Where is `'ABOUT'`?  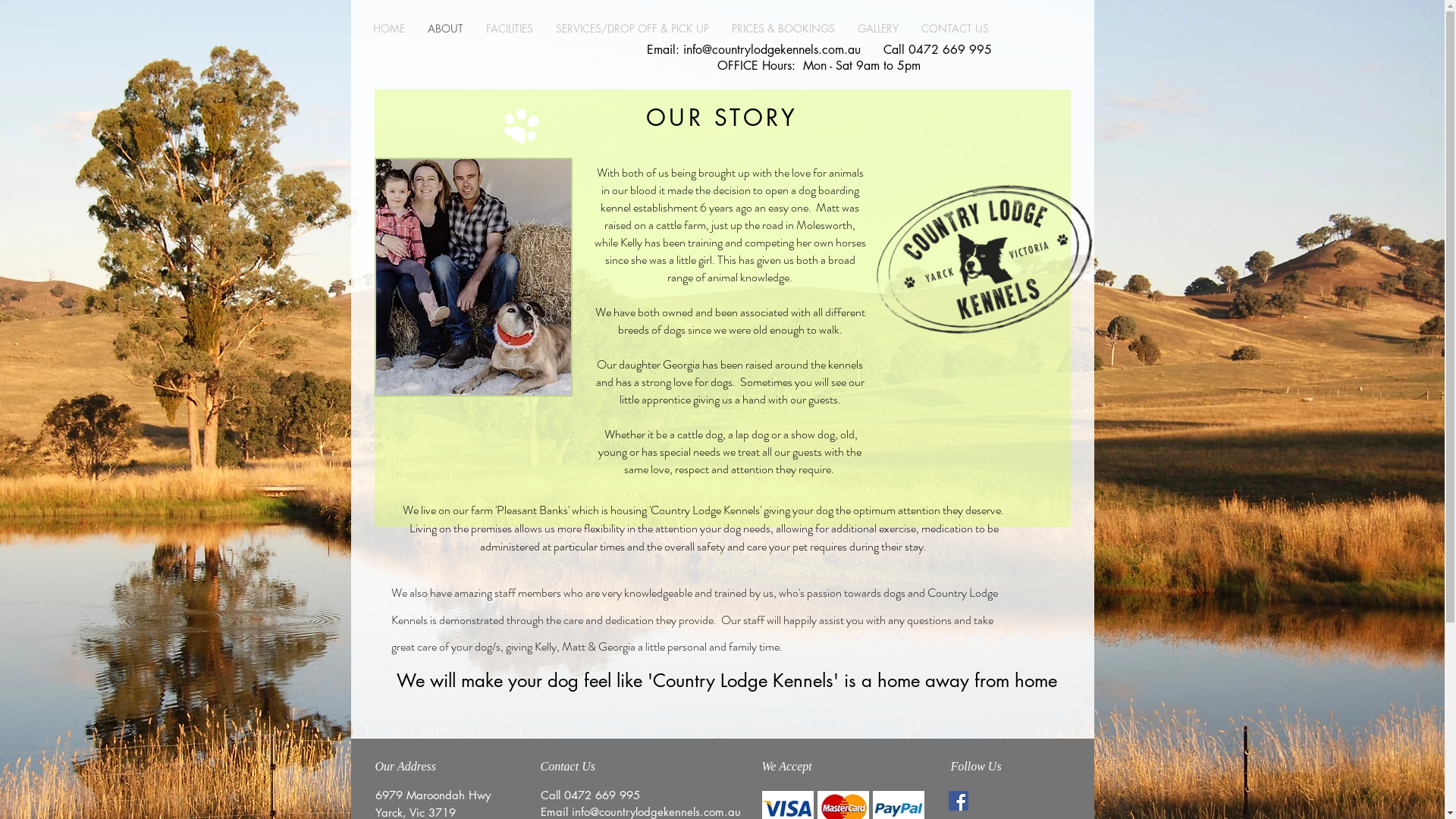
'ABOUT' is located at coordinates (416, 29).